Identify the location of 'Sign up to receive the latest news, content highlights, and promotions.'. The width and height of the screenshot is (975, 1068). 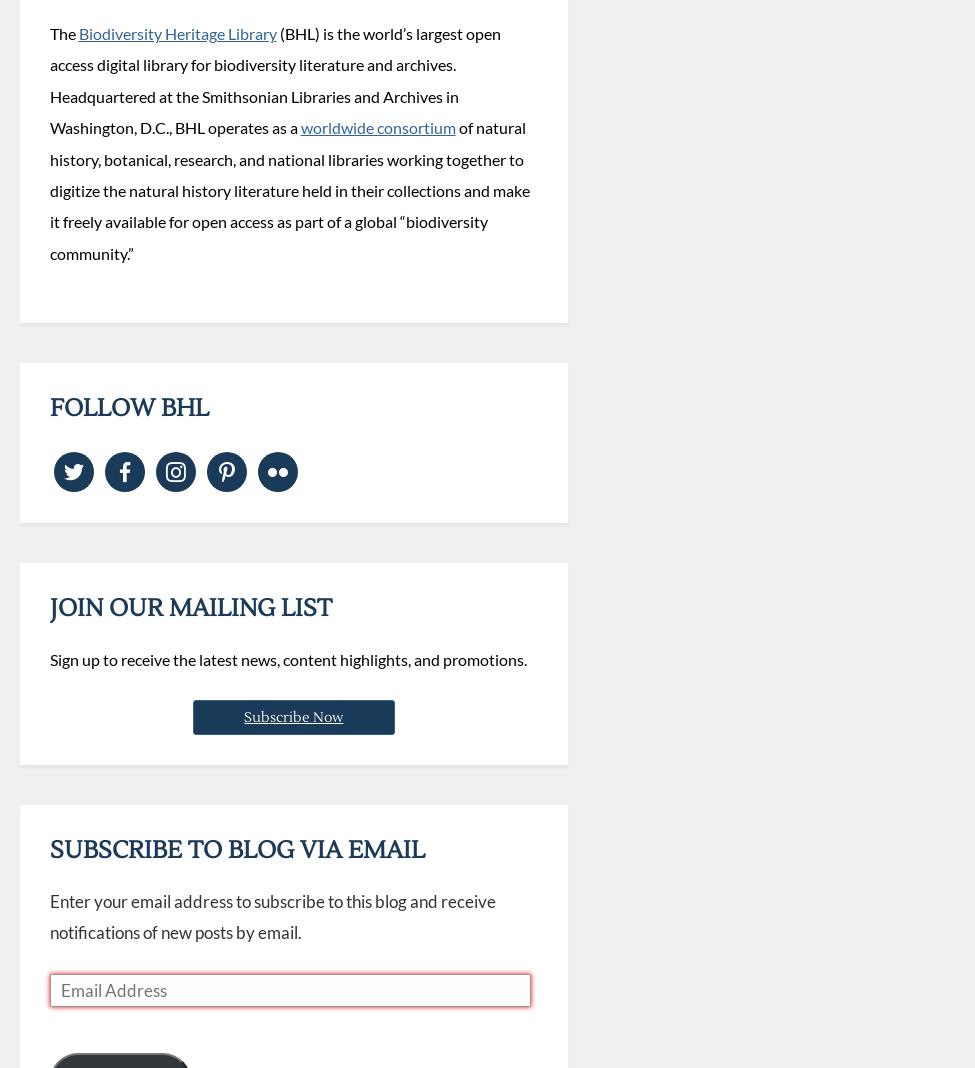
(287, 658).